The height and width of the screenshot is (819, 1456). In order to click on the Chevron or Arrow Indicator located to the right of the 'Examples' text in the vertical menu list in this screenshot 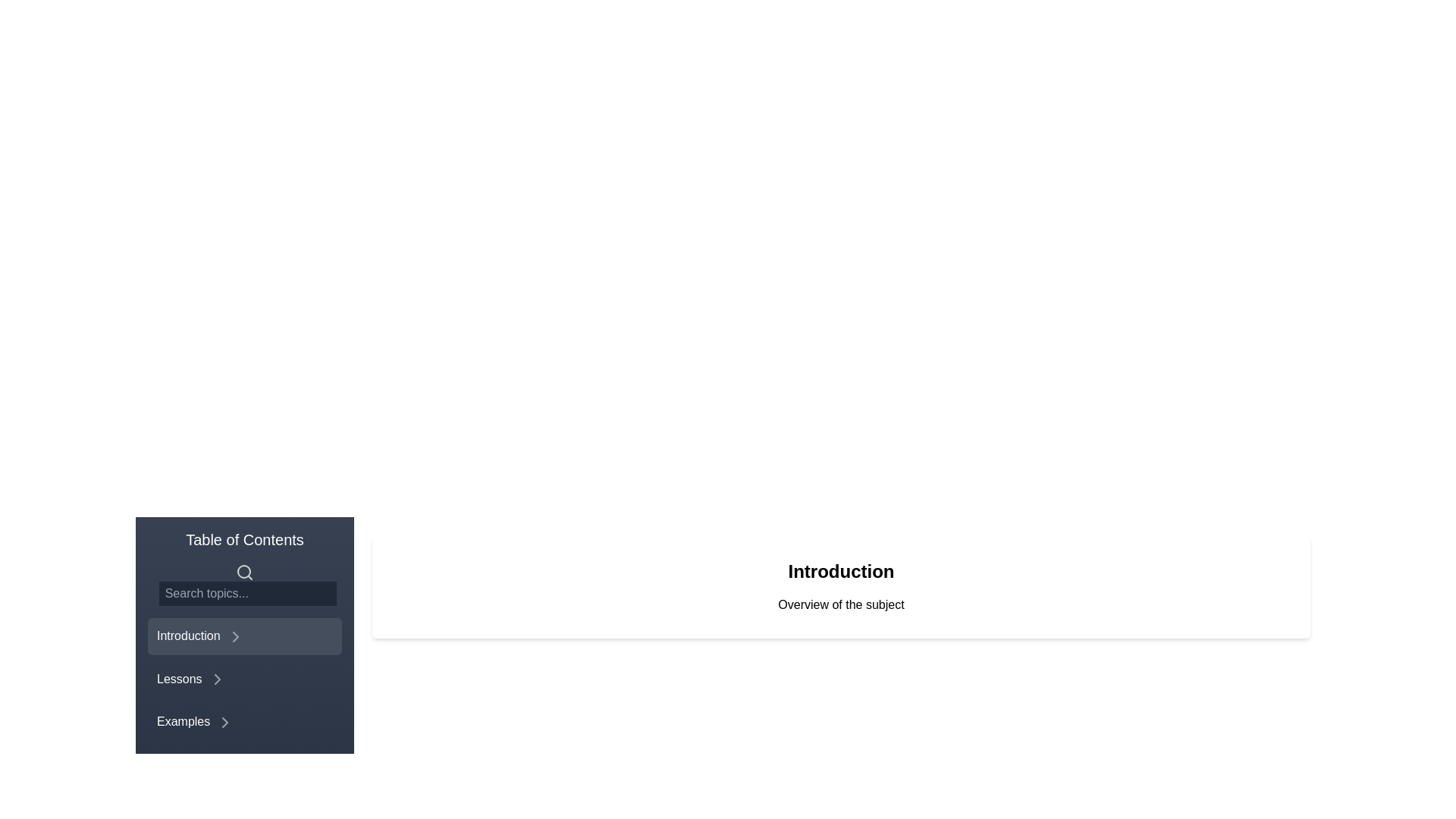, I will do `click(224, 722)`.